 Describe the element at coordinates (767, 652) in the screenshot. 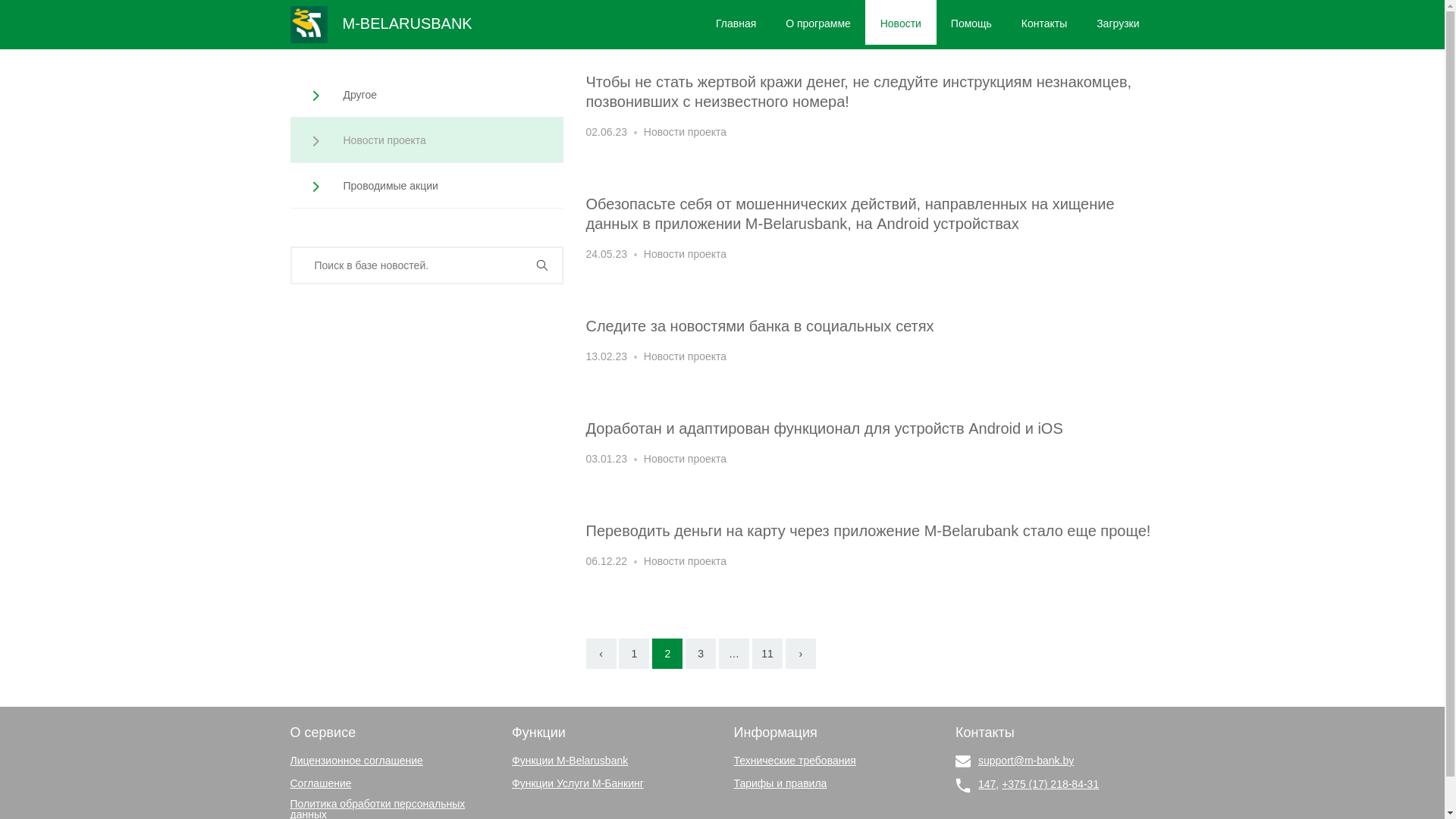

I see `'11'` at that location.